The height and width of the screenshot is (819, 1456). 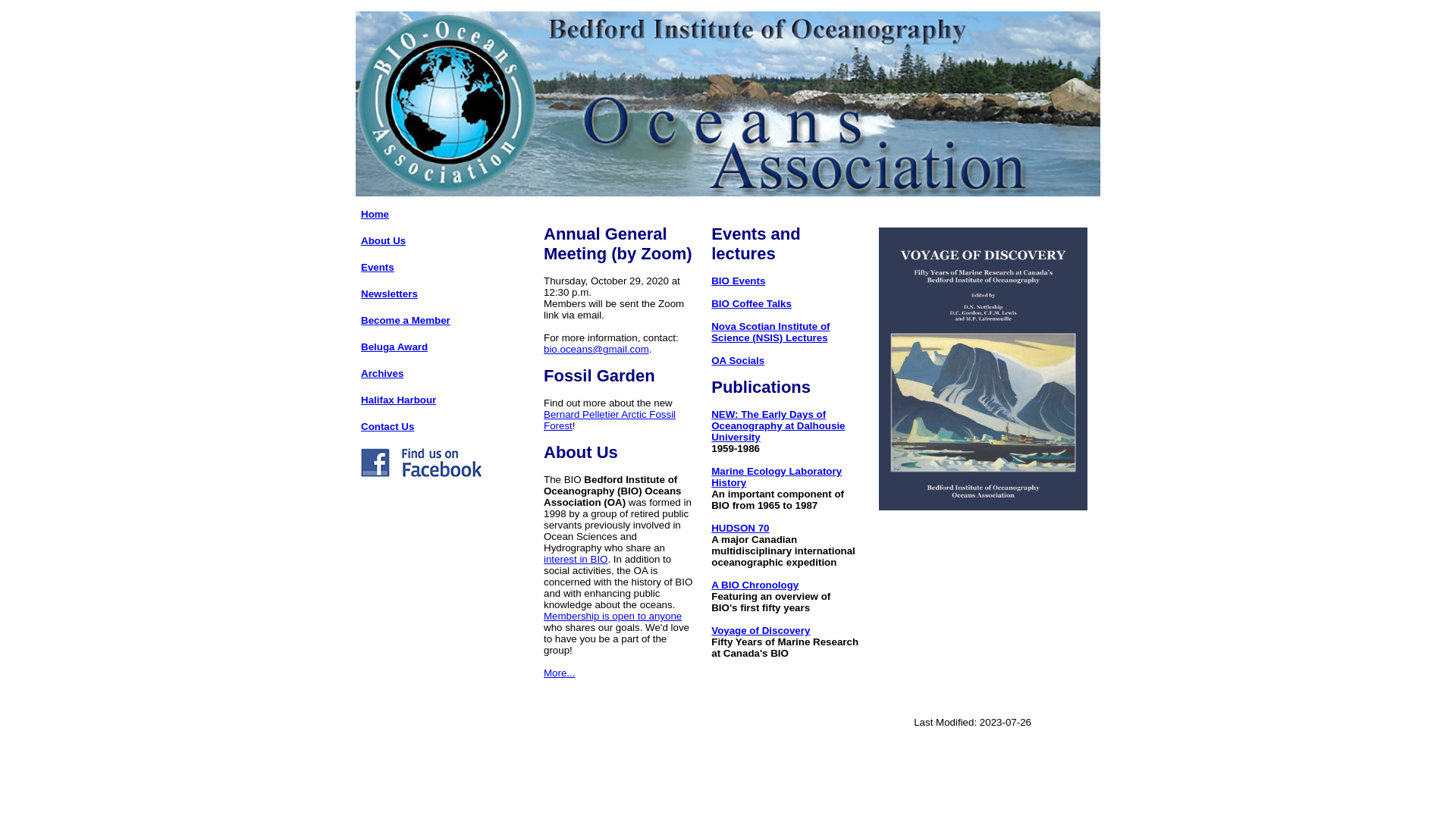 I want to click on 'Home', so click(x=375, y=214).